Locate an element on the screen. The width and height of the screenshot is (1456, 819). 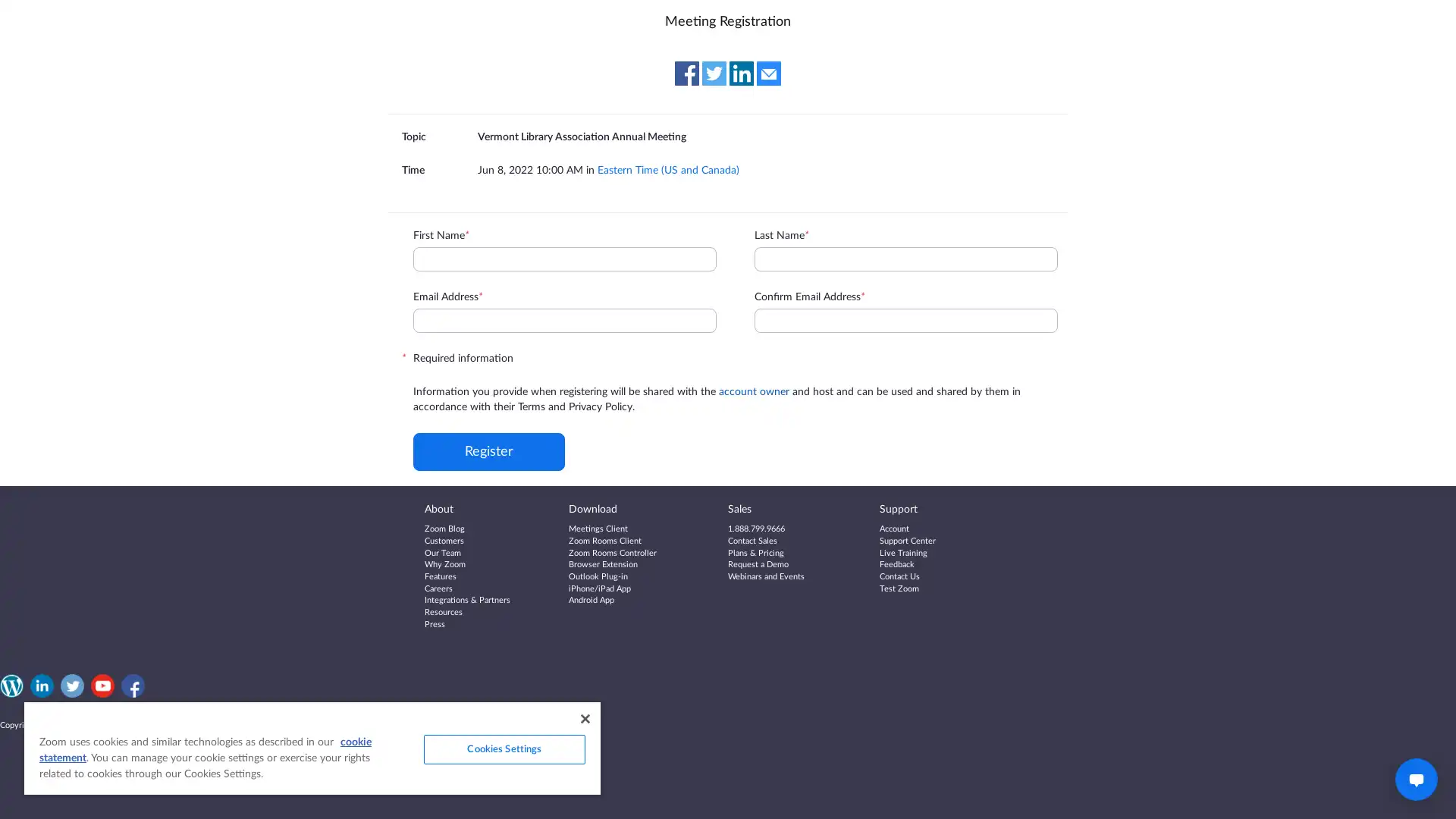
Eastern Time (US and Canada) Switch Time Zone is located at coordinates (667, 169).